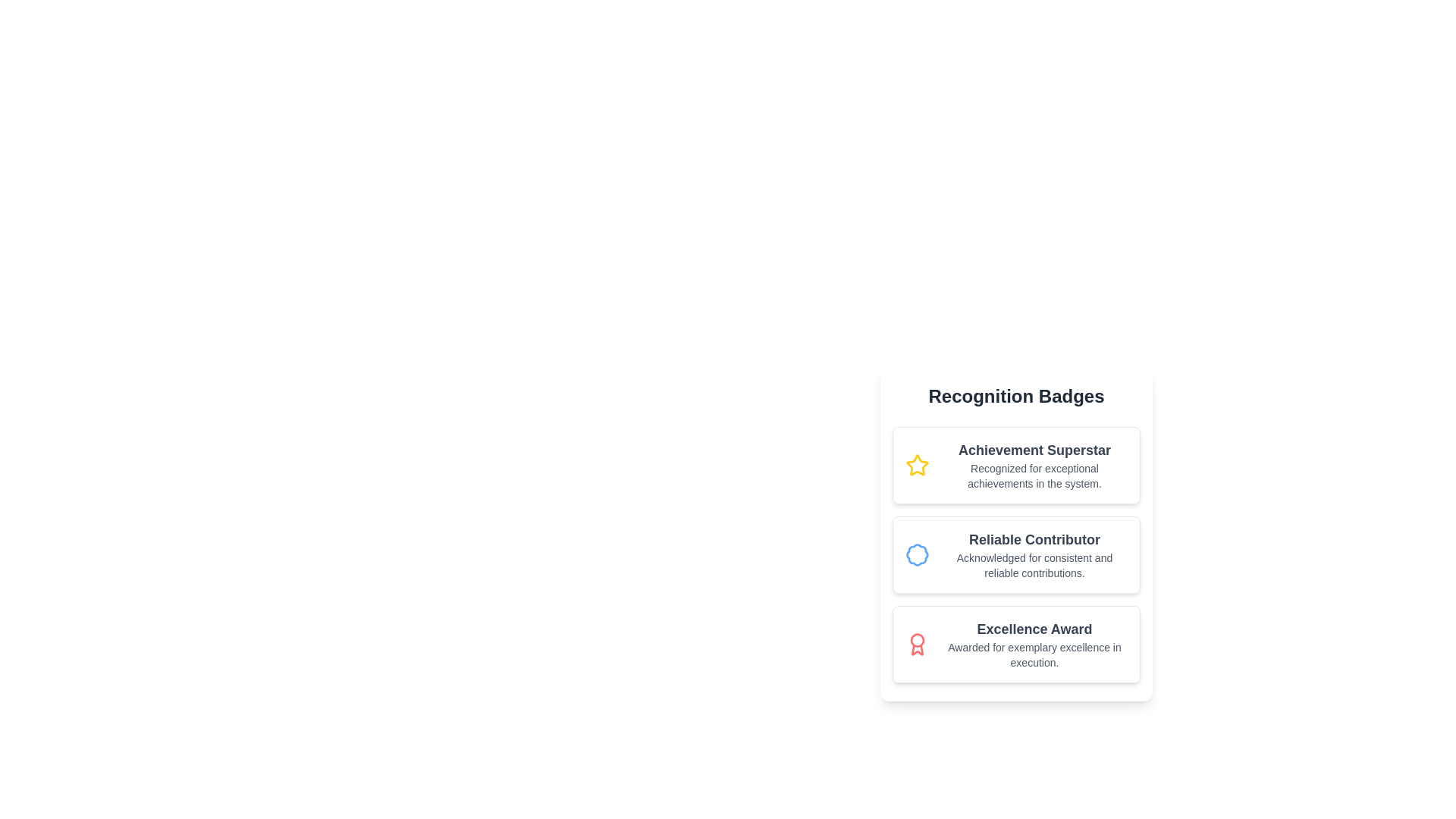  Describe the element at coordinates (916, 644) in the screenshot. I see `the 'Excellence Award' badge icon, which is the third item in the 'Recognition Badges' section, located at the bottommost portion of the section` at that location.